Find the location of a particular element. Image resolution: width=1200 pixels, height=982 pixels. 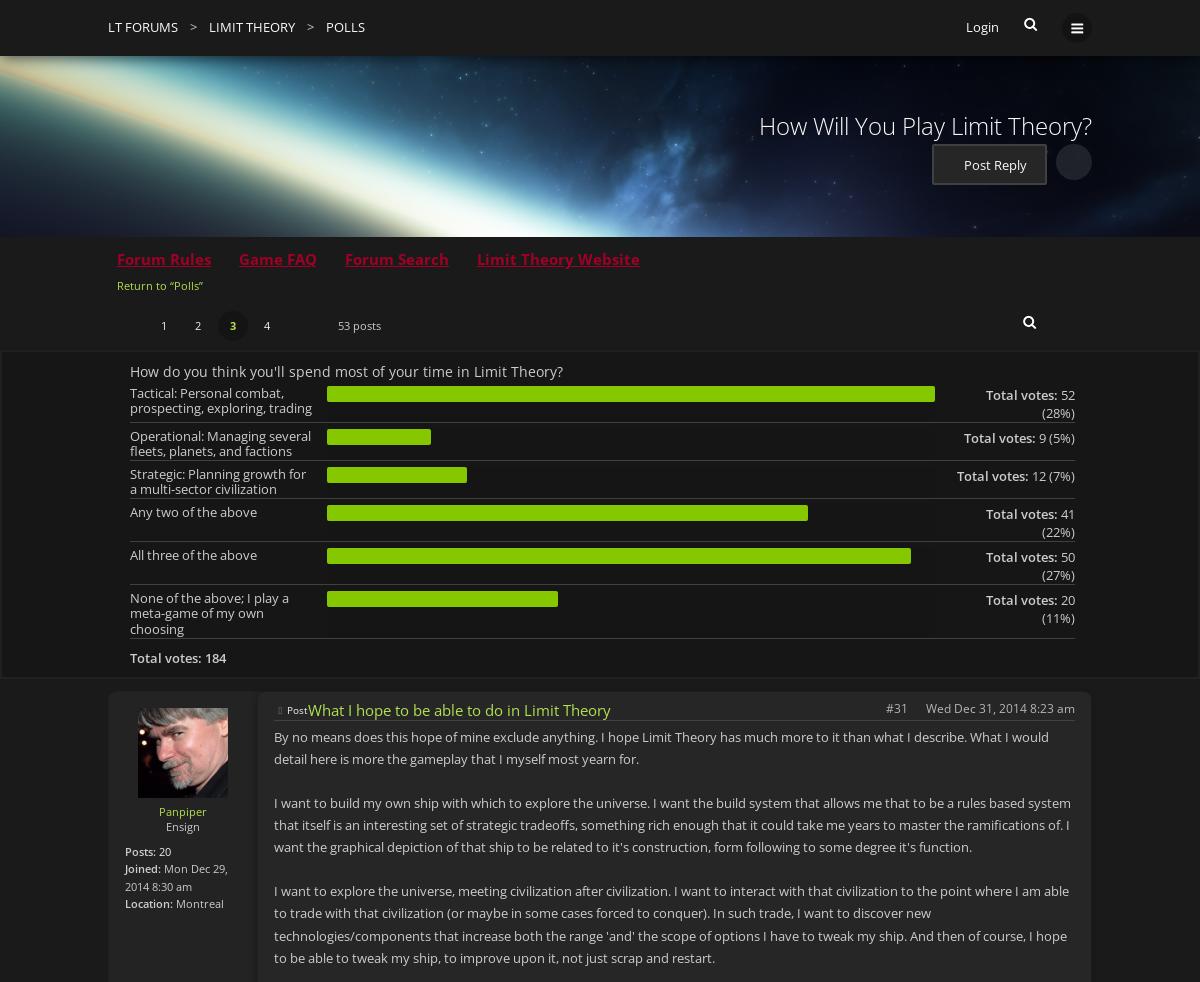

'Polls' is located at coordinates (345, 26).